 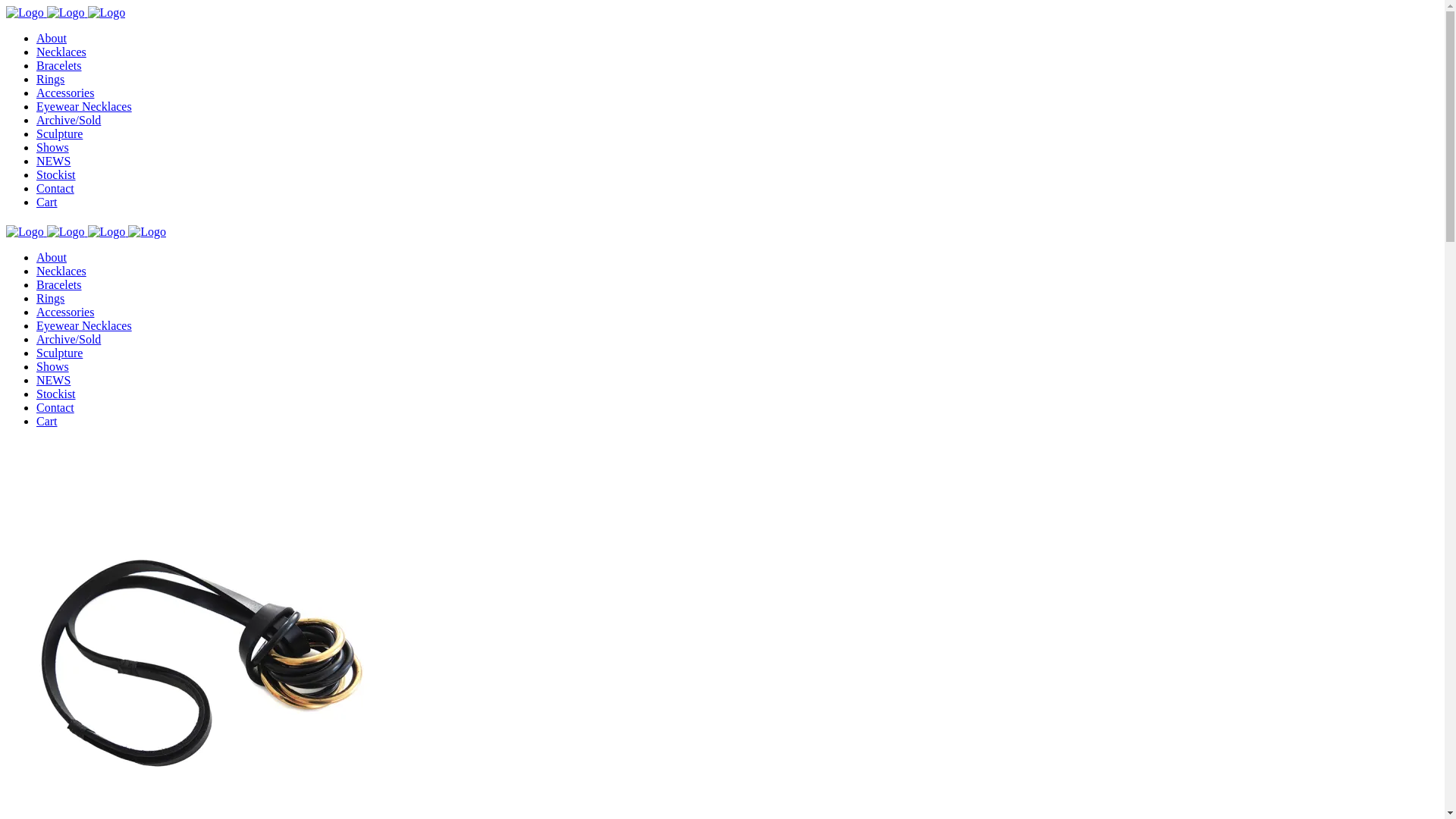 What do you see at coordinates (36, 311) in the screenshot?
I see `'Accessories'` at bounding box center [36, 311].